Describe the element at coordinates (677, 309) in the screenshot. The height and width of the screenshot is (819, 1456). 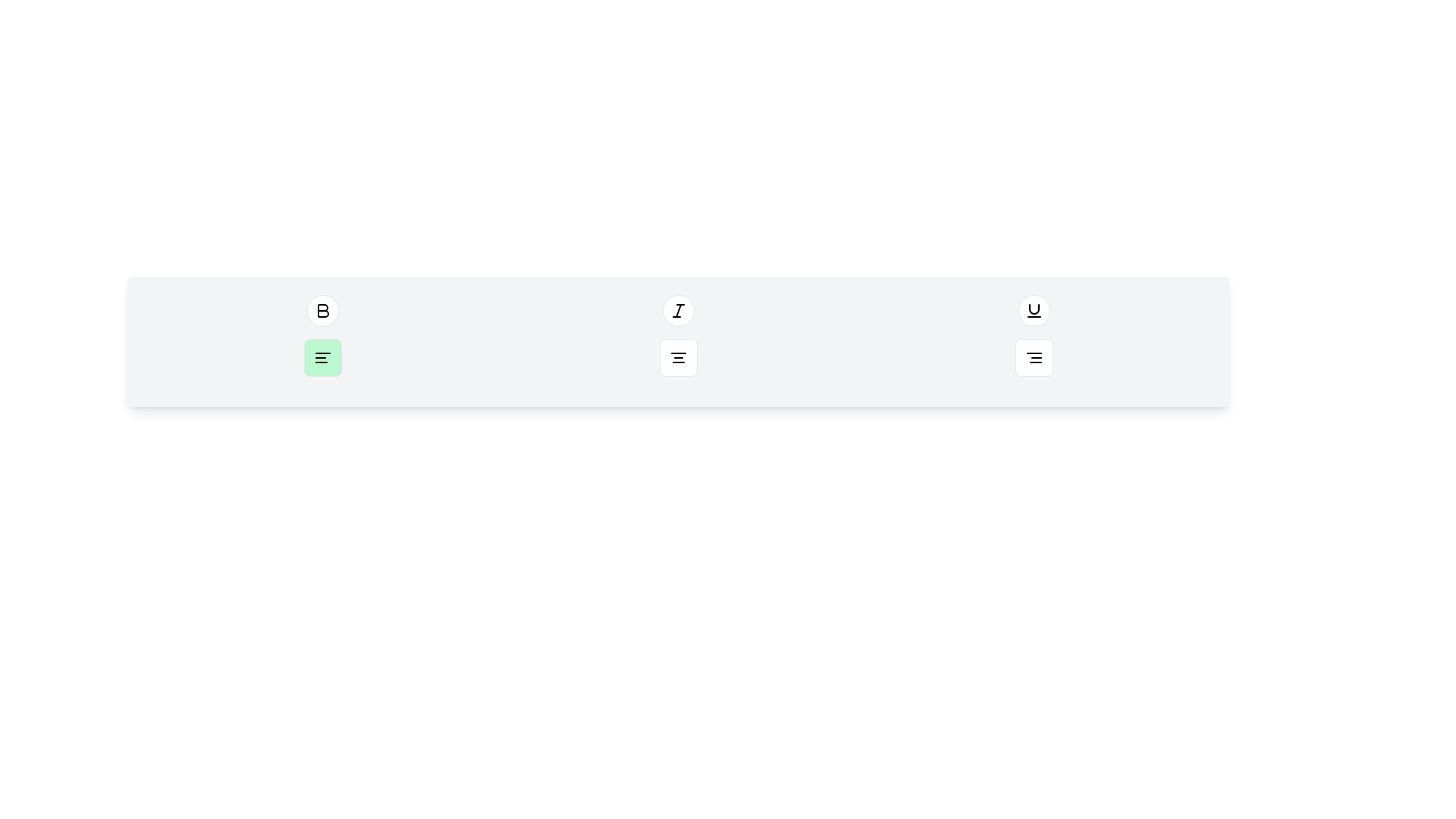
I see `the white circular button with a black 'Italics' icon at its center` at that location.